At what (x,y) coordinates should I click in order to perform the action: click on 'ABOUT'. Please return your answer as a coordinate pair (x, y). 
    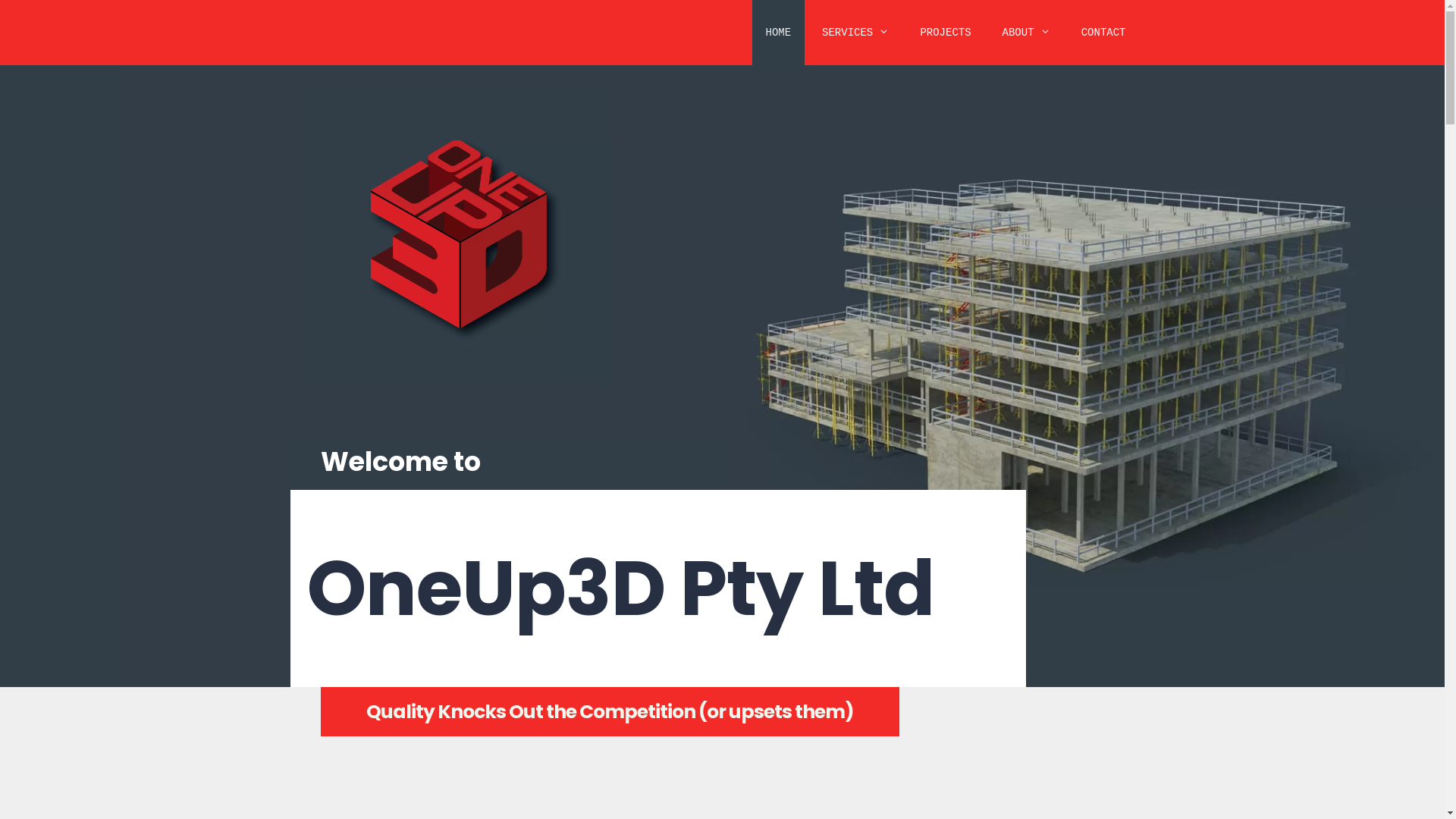
    Looking at the image, I should click on (1026, 32).